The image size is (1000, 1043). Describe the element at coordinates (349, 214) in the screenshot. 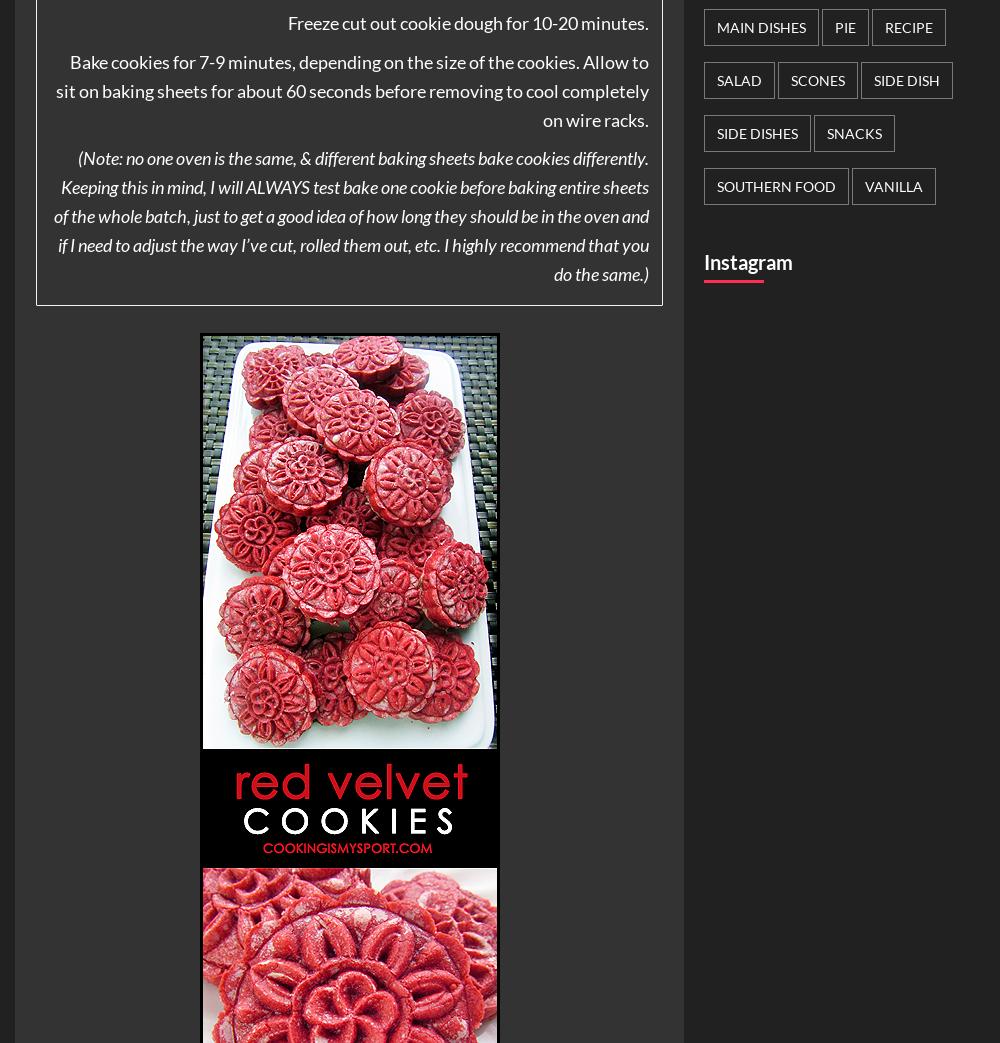

I see `'(Note: no one oven is the same, & different baking sheets bake cookies differently. Keeping this in mind, I will ALWAYS test bake one cookie before baking entire sheets of the whole batch, just to get a good idea of how long they should be in the oven and if I need to adjust the way I’ve cut, rolled them out, etc. I highly recommend that you do the same.)'` at that location.